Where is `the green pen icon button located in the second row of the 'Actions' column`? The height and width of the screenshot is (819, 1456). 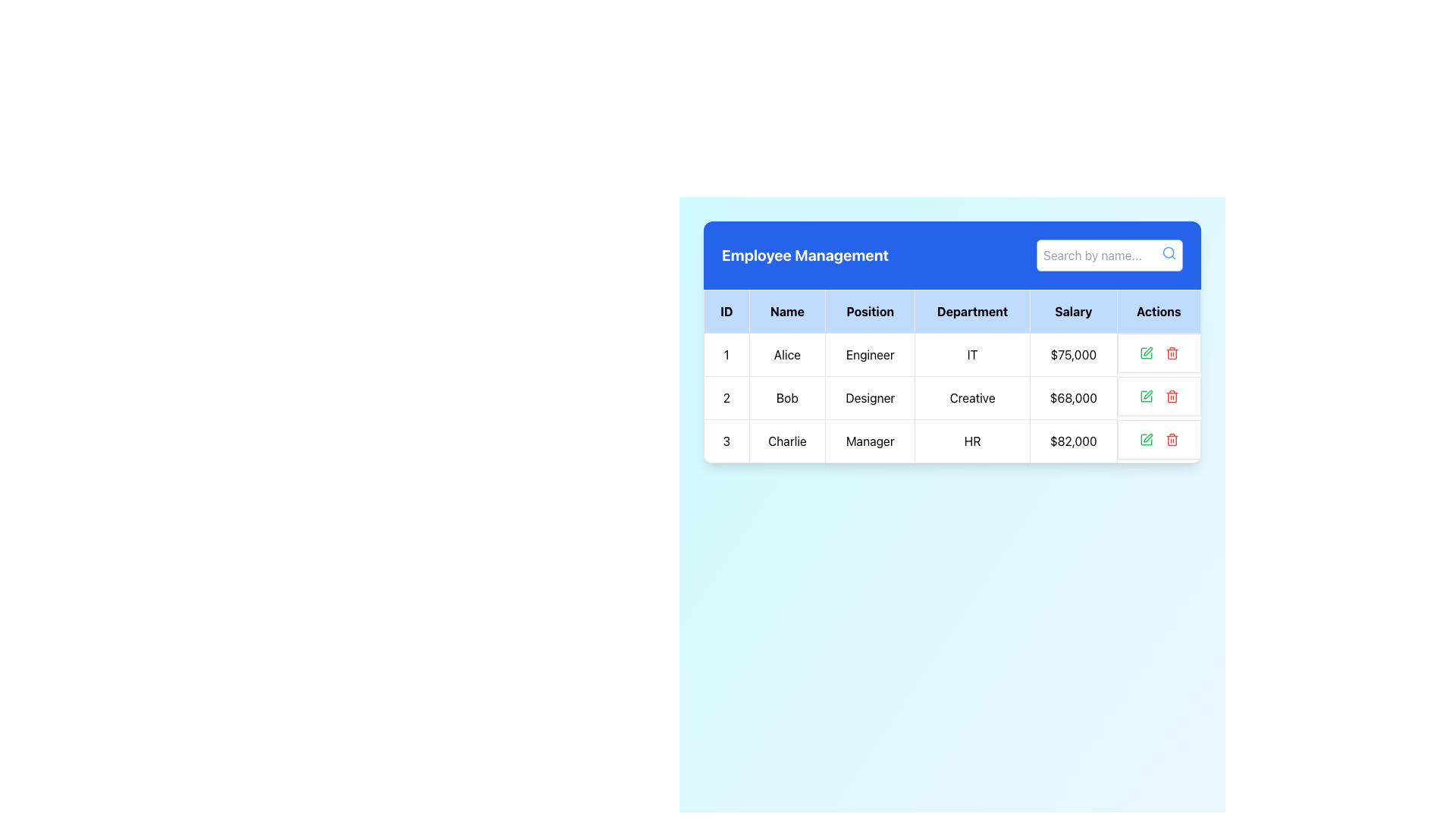
the green pen icon button located in the second row of the 'Actions' column is located at coordinates (1146, 395).